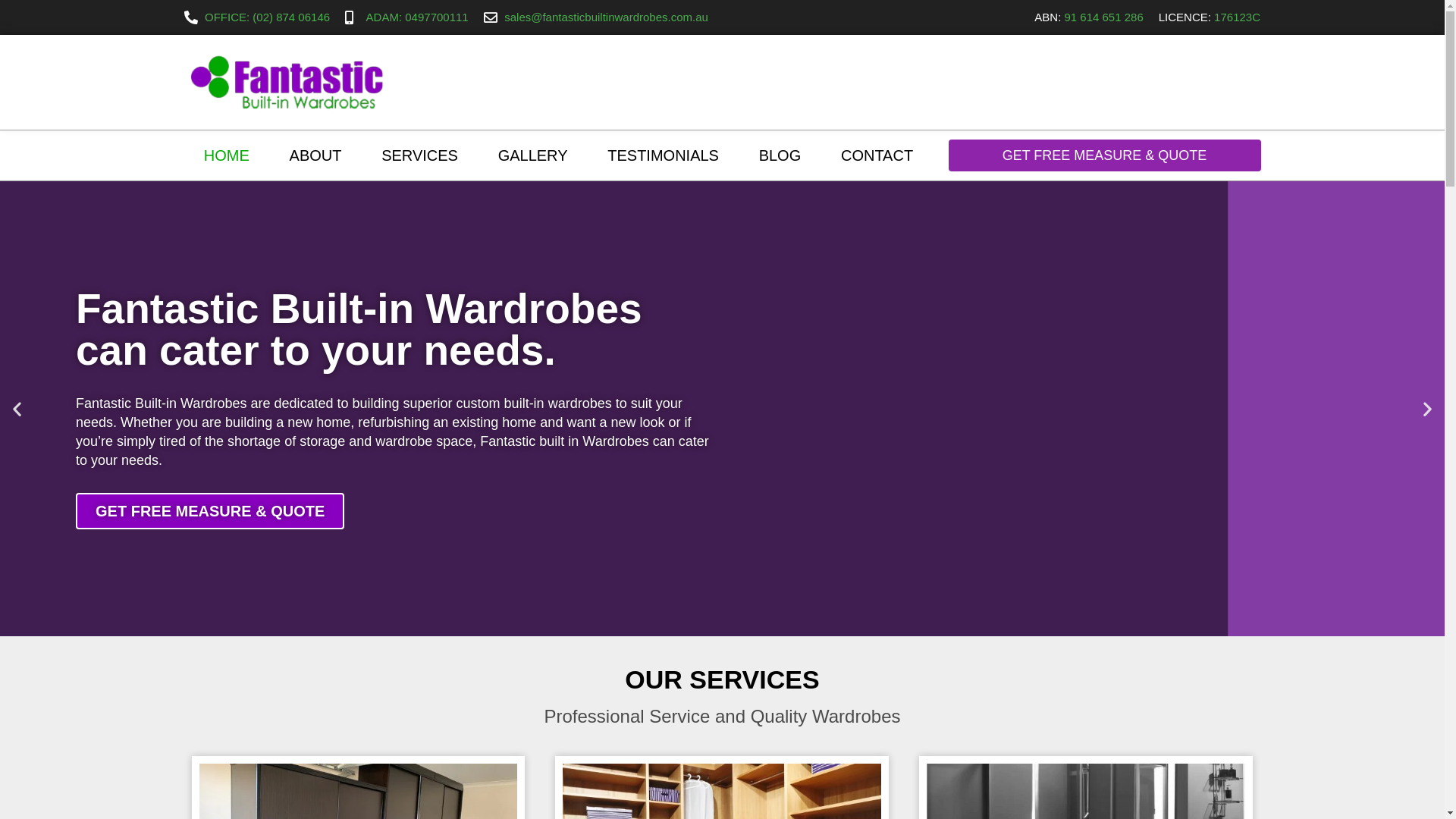 Image resolution: width=1456 pixels, height=819 pixels. What do you see at coordinates (406, 17) in the screenshot?
I see `'ADAM: 0497700111'` at bounding box center [406, 17].